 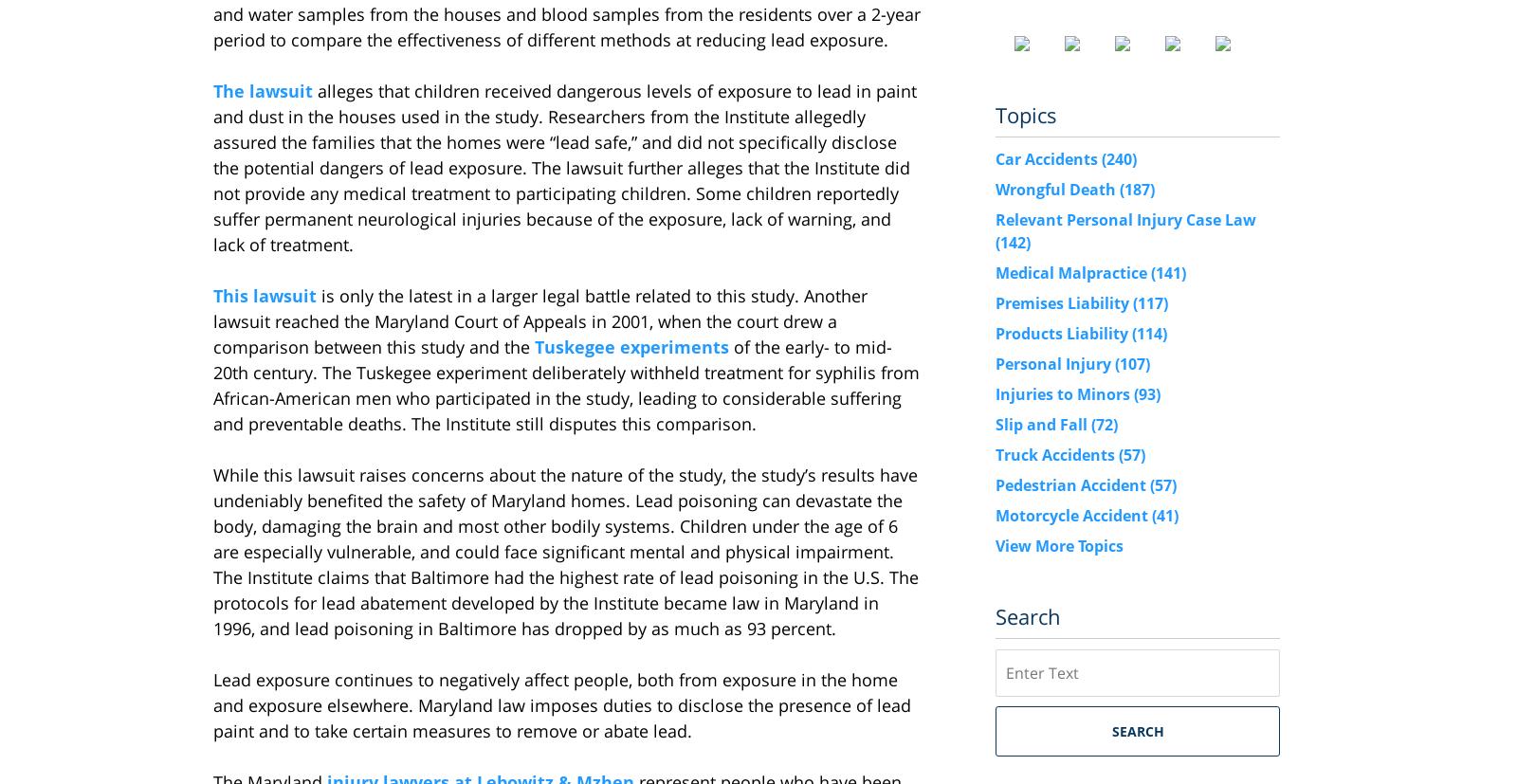 What do you see at coordinates (1073, 514) in the screenshot?
I see `'Motorcycle Accident'` at bounding box center [1073, 514].